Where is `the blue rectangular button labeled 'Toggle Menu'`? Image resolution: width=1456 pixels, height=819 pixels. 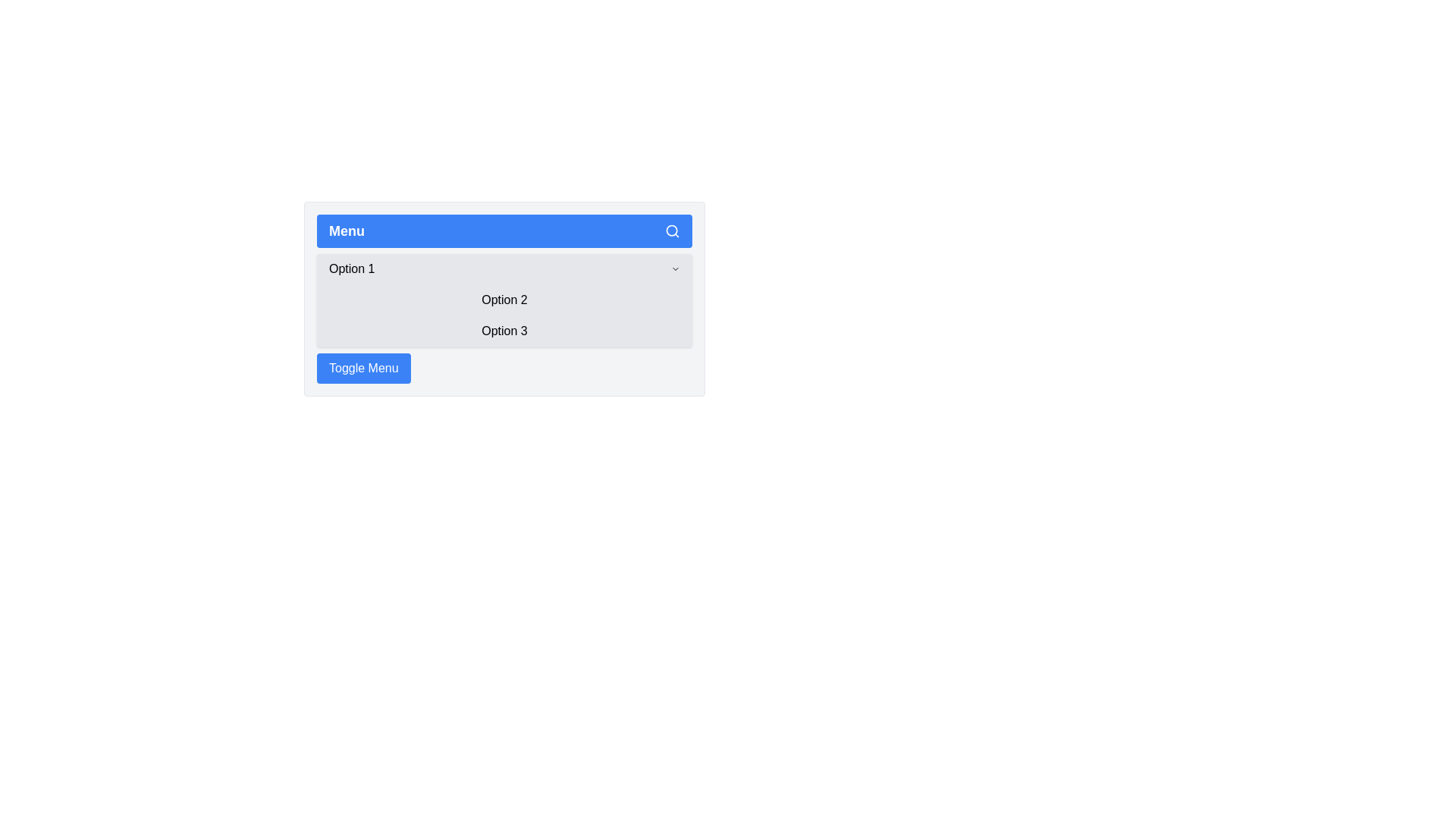 the blue rectangular button labeled 'Toggle Menu' is located at coordinates (362, 369).